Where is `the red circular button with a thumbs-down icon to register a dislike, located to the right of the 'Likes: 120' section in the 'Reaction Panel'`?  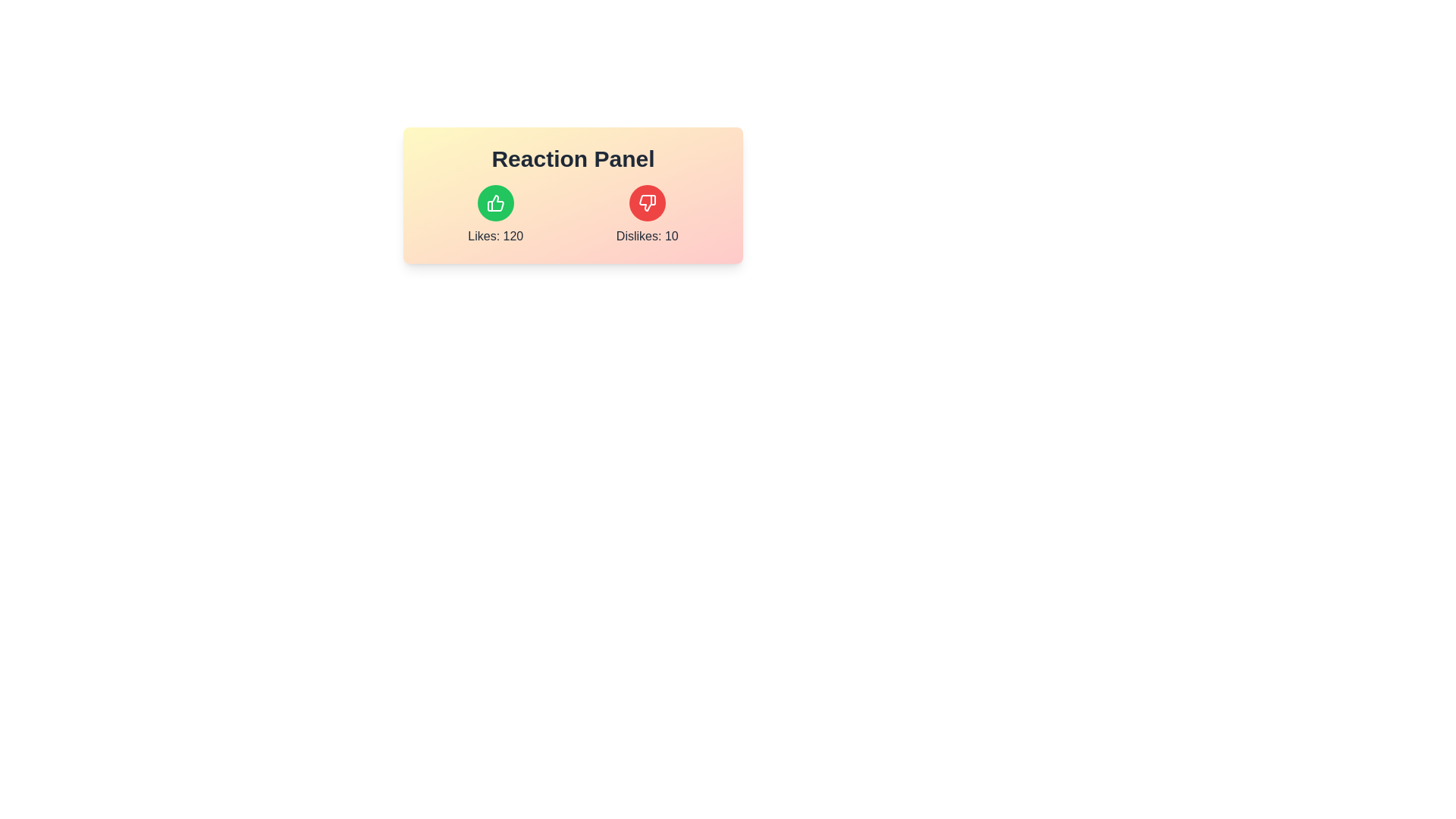 the red circular button with a thumbs-down icon to register a dislike, located to the right of the 'Likes: 120' section in the 'Reaction Panel' is located at coordinates (647, 215).